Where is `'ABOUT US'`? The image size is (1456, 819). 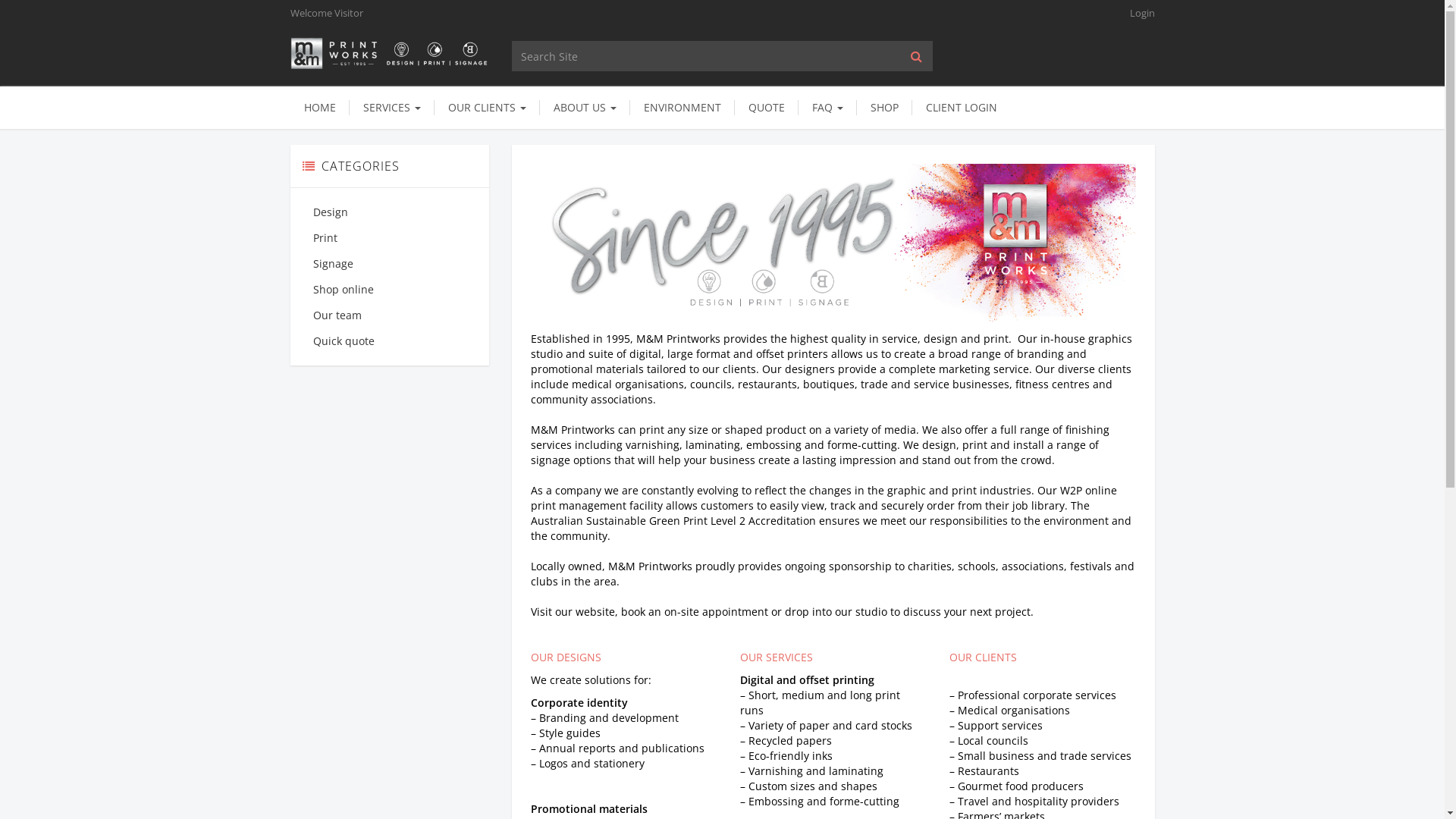 'ABOUT US' is located at coordinates (584, 107).